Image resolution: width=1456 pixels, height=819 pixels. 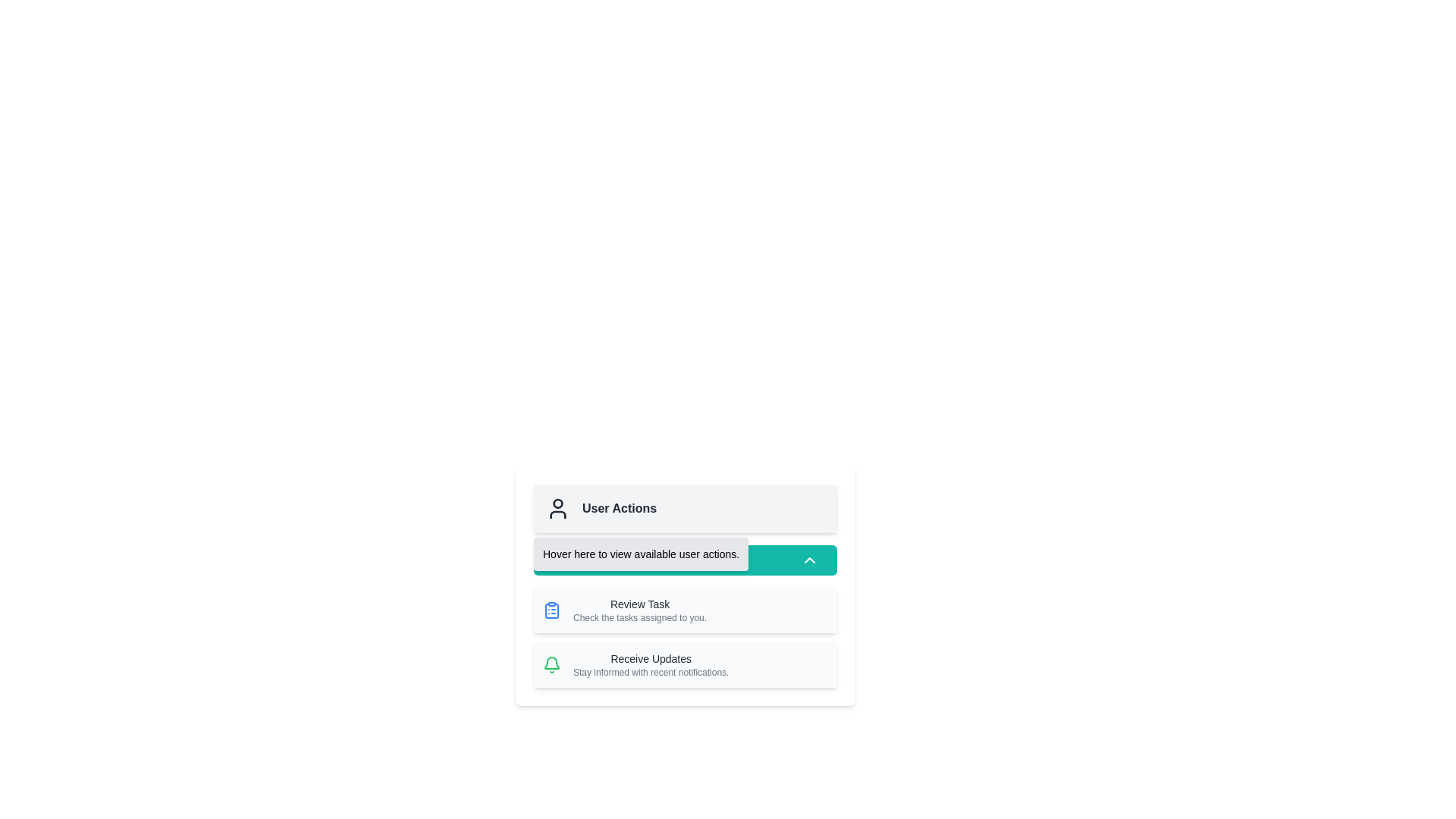 What do you see at coordinates (640, 610) in the screenshot?
I see `the Text Block providing descriptive information for the 'Review Task', located in the second row of the 'User Actions' section` at bounding box center [640, 610].